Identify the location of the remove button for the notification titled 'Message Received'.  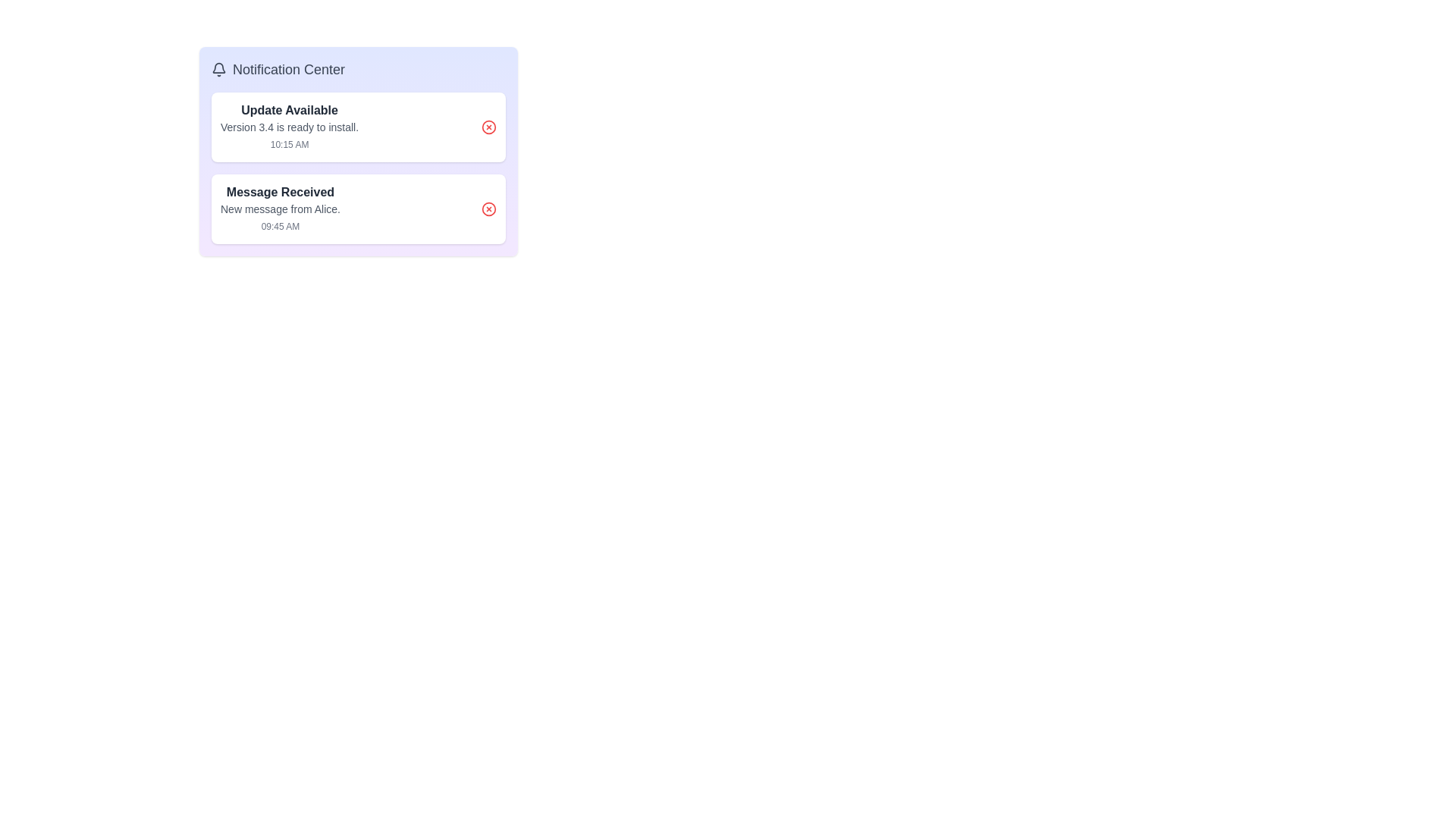
(488, 209).